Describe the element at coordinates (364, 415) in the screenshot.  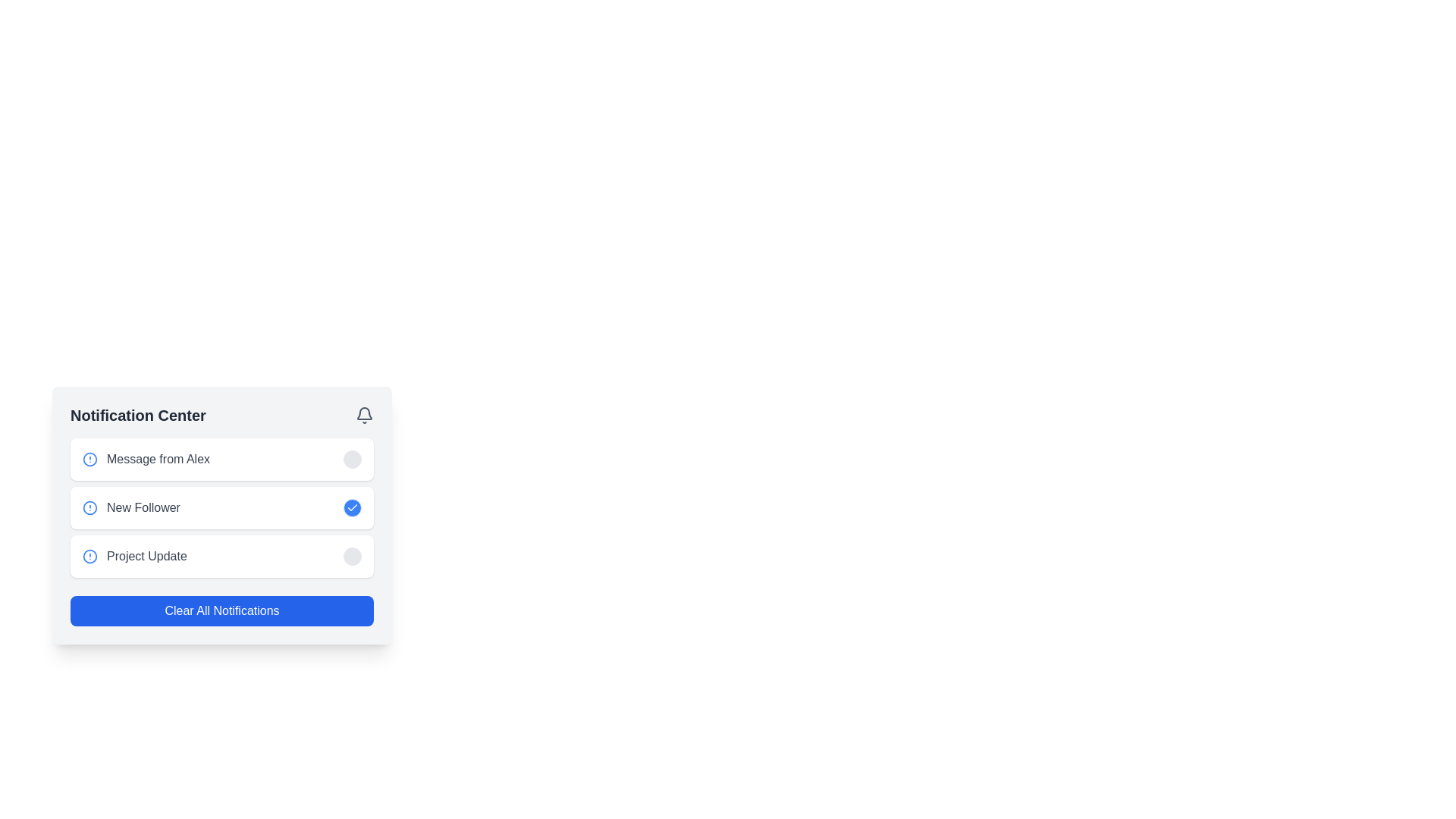
I see `the gray bell-shaped icon located at the top-right corner of the 'Notification Center'` at that location.